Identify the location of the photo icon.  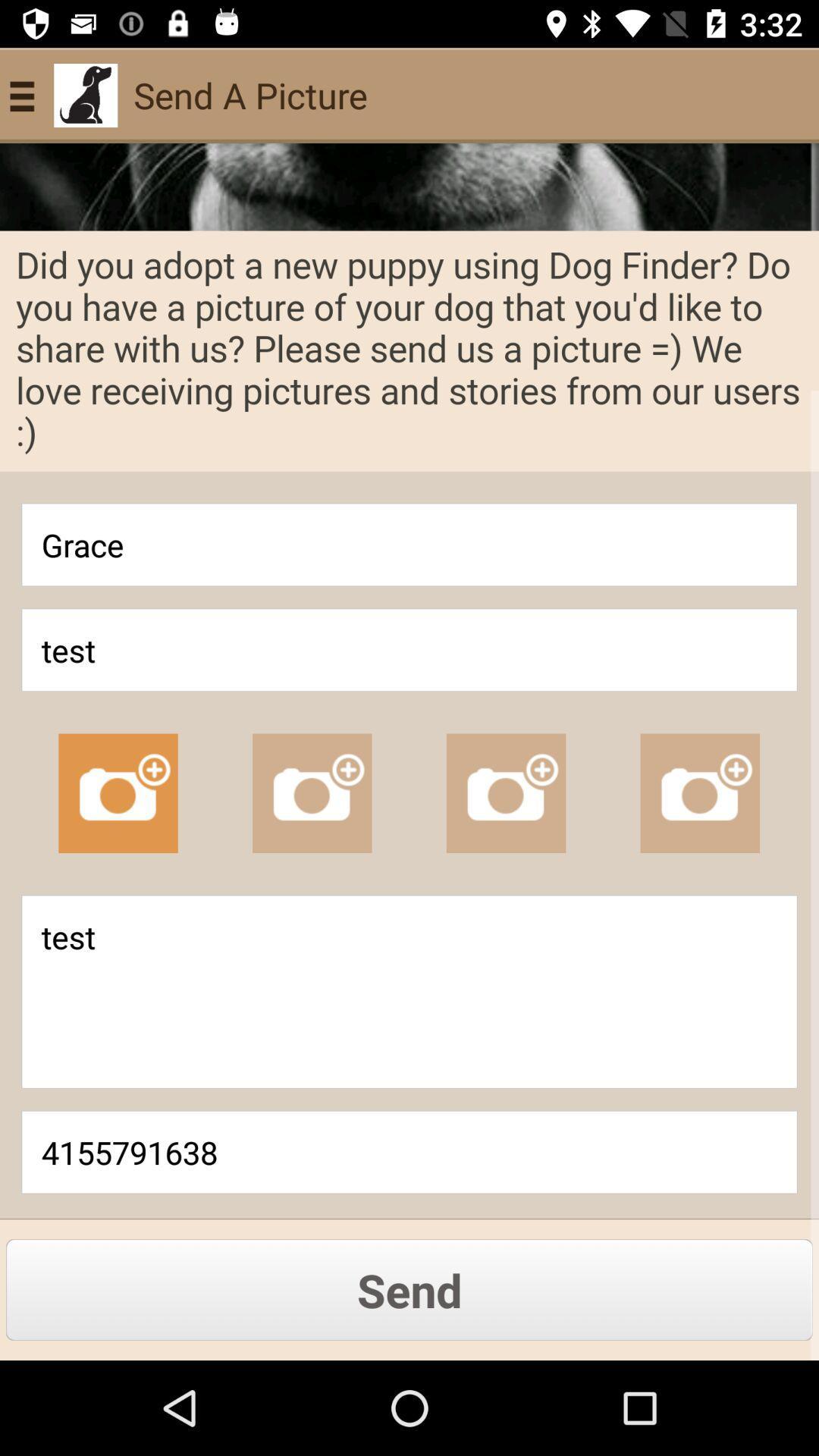
(117, 792).